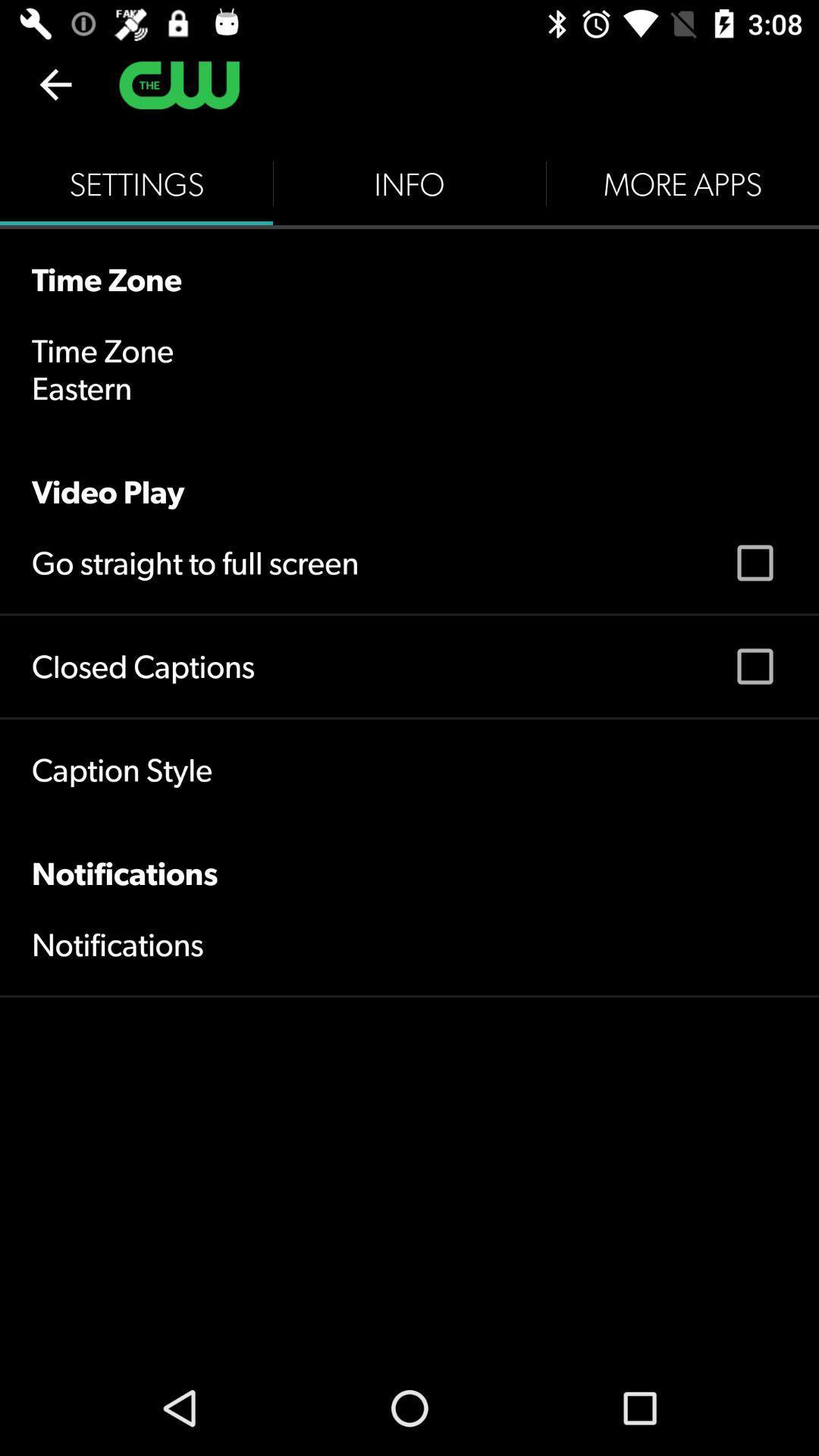  What do you see at coordinates (136, 184) in the screenshot?
I see `the icon above time zone icon` at bounding box center [136, 184].